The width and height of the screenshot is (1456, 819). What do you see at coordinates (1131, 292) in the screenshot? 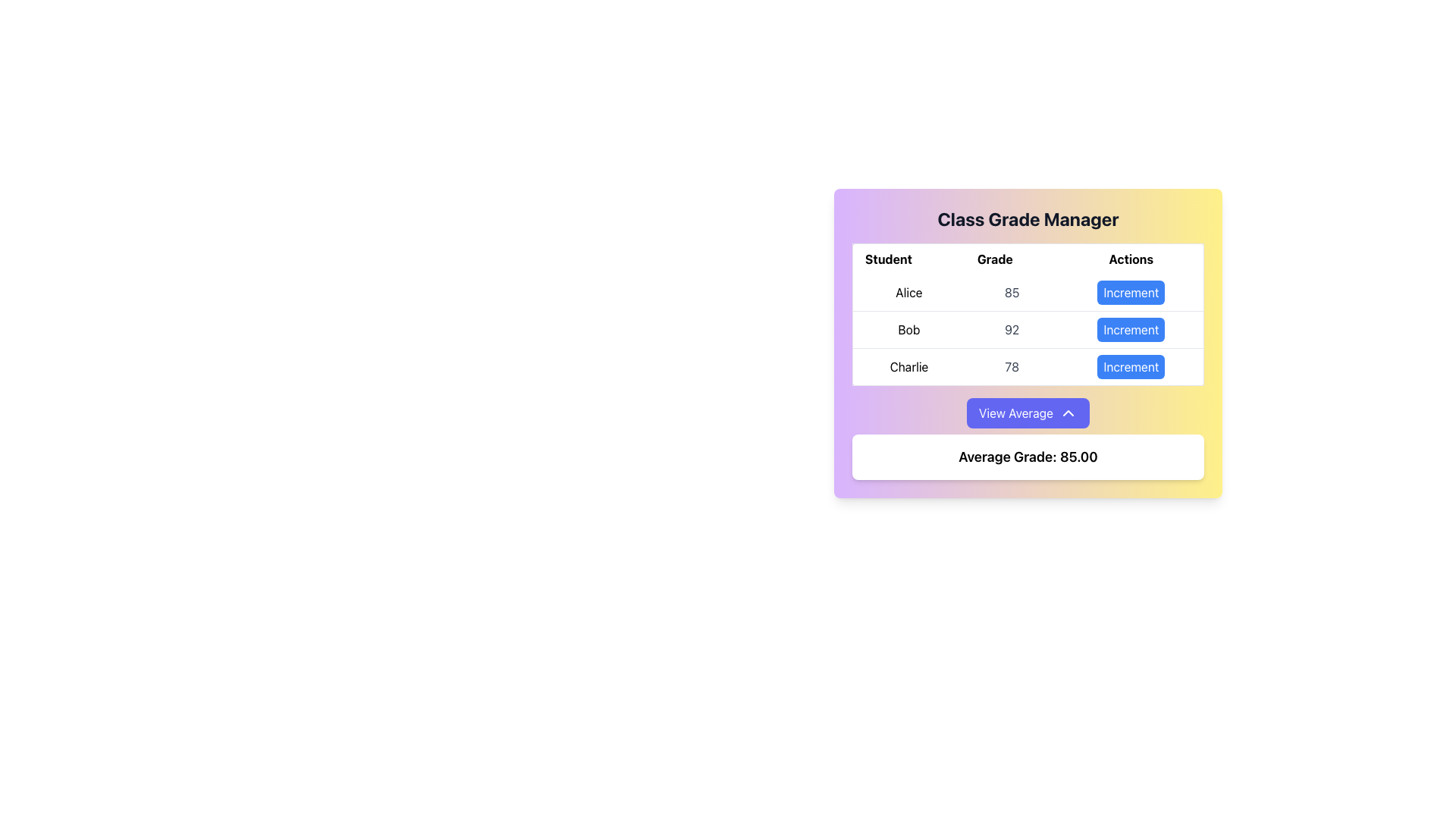
I see `the blue 'Increment' button with white, bold text in the 'Actions' column of the 'Class Grade Manager' interface, positioned in the first row for 'Alice'` at bounding box center [1131, 292].